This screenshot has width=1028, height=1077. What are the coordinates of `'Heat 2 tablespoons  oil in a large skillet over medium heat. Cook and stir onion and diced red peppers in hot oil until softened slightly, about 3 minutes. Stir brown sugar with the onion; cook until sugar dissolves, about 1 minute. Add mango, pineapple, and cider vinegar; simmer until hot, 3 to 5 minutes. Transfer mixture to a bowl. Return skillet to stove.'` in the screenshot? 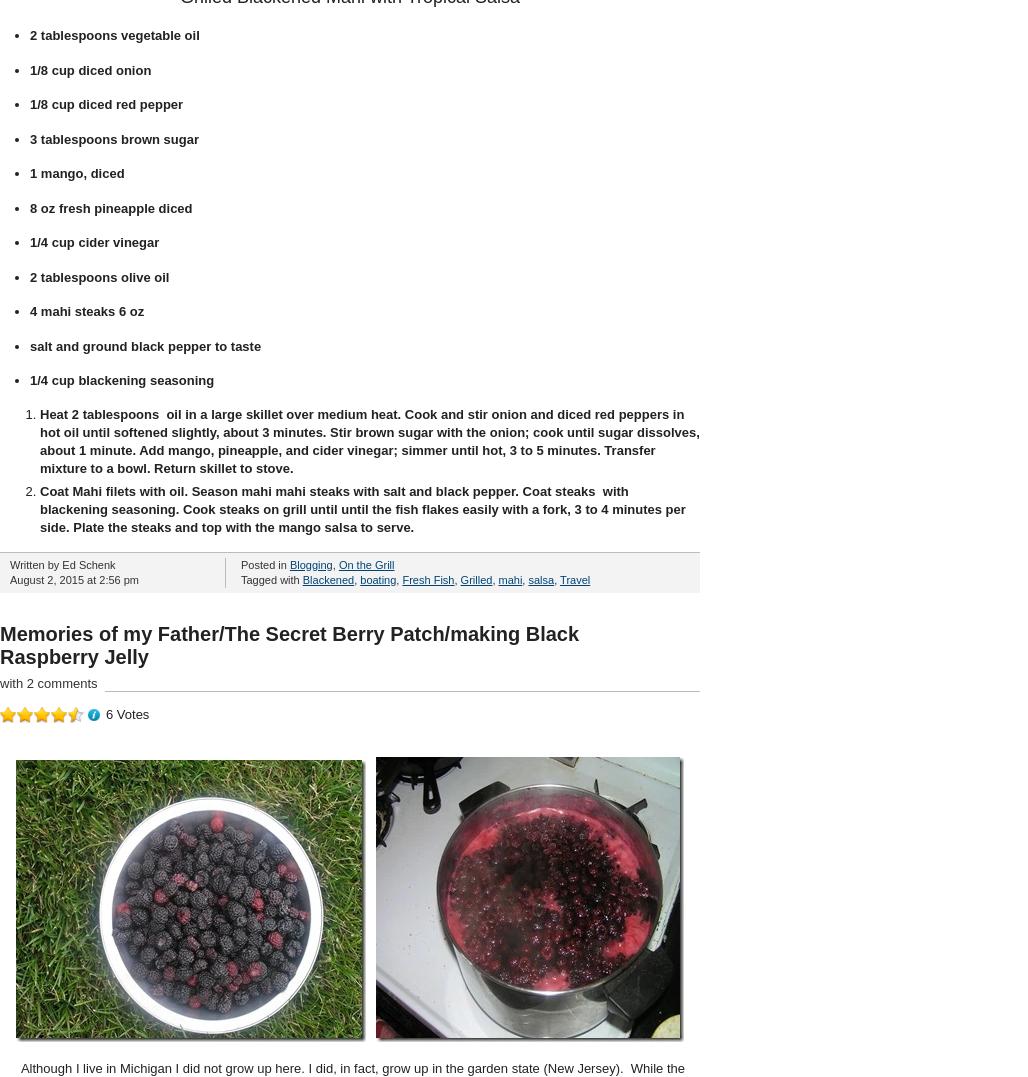 It's located at (368, 439).